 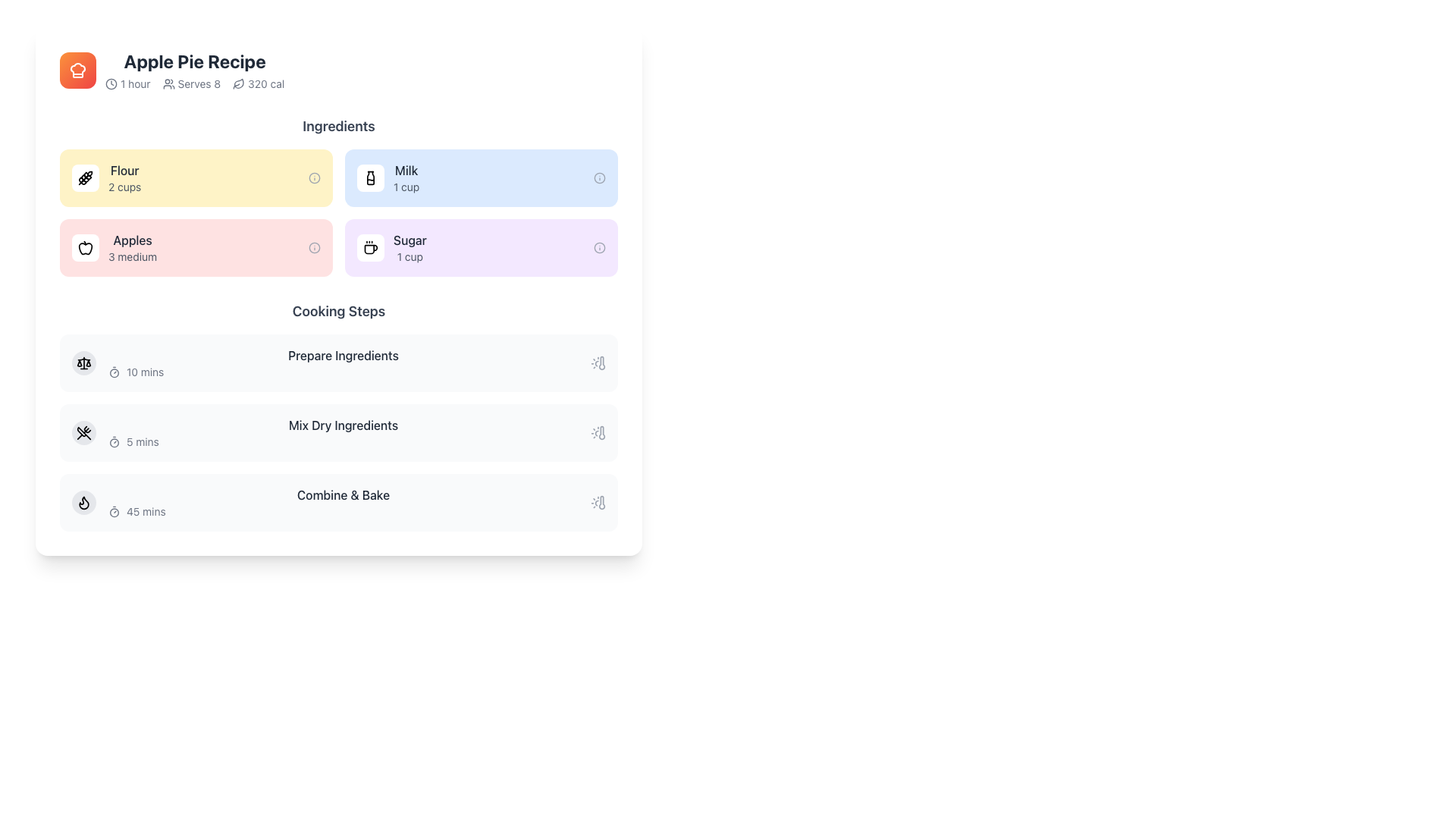 I want to click on the heat icon represented by an SVG located in the lower part of the interface within the 'Combine & Bake' section, so click(x=83, y=503).